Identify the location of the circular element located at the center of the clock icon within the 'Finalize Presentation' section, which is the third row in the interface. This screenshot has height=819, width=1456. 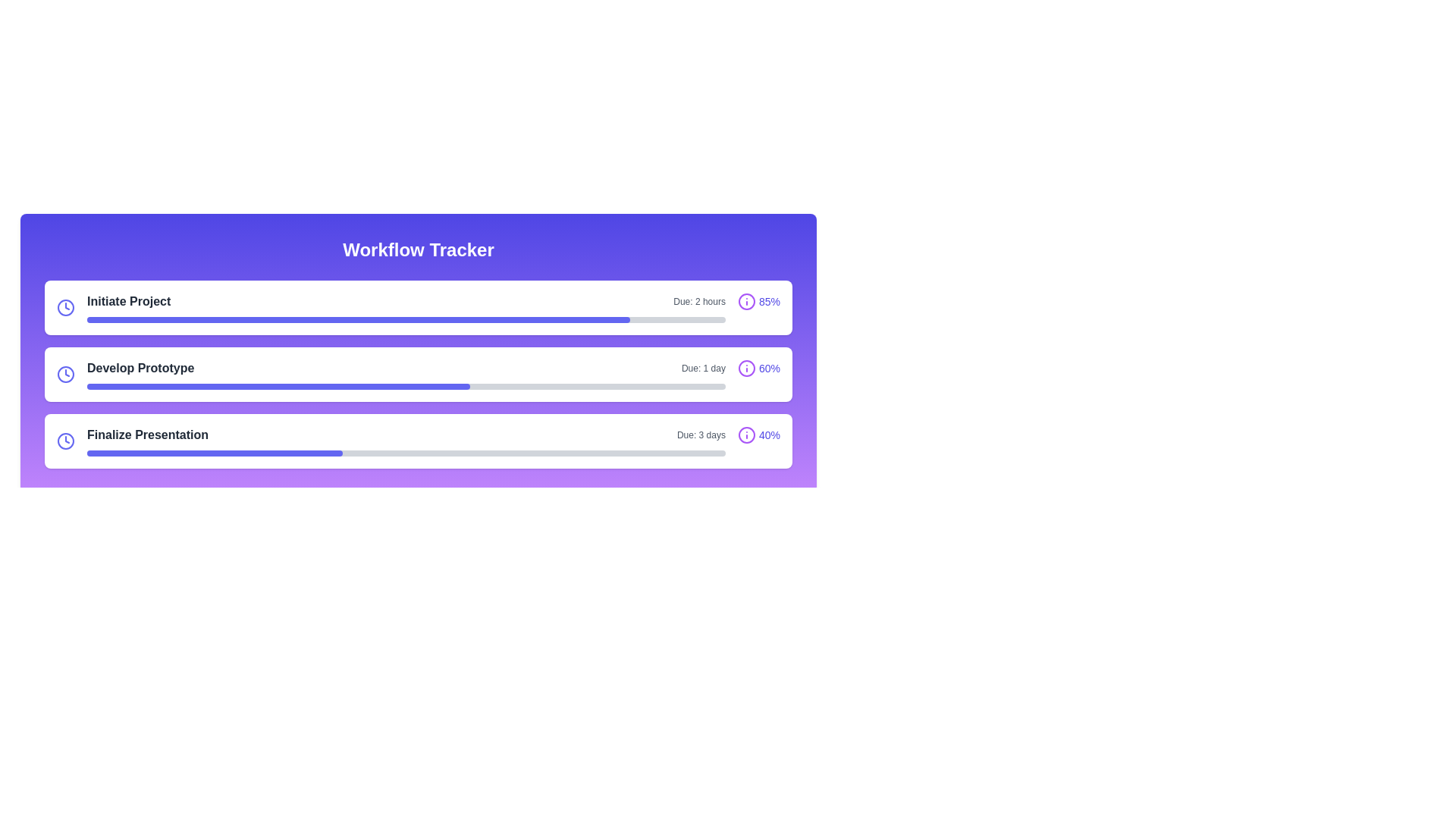
(64, 441).